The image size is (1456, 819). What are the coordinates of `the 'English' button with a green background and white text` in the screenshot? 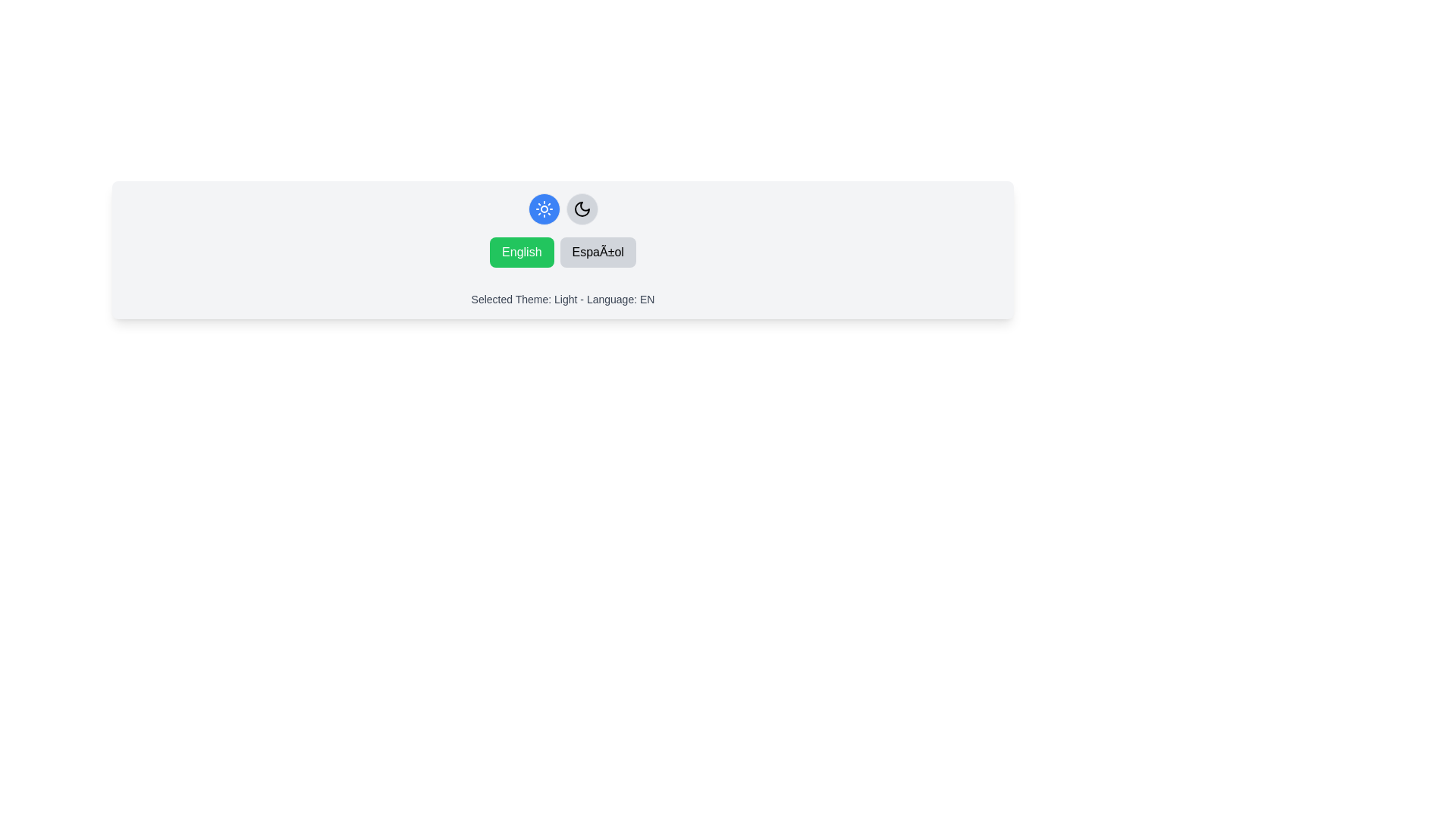 It's located at (522, 251).